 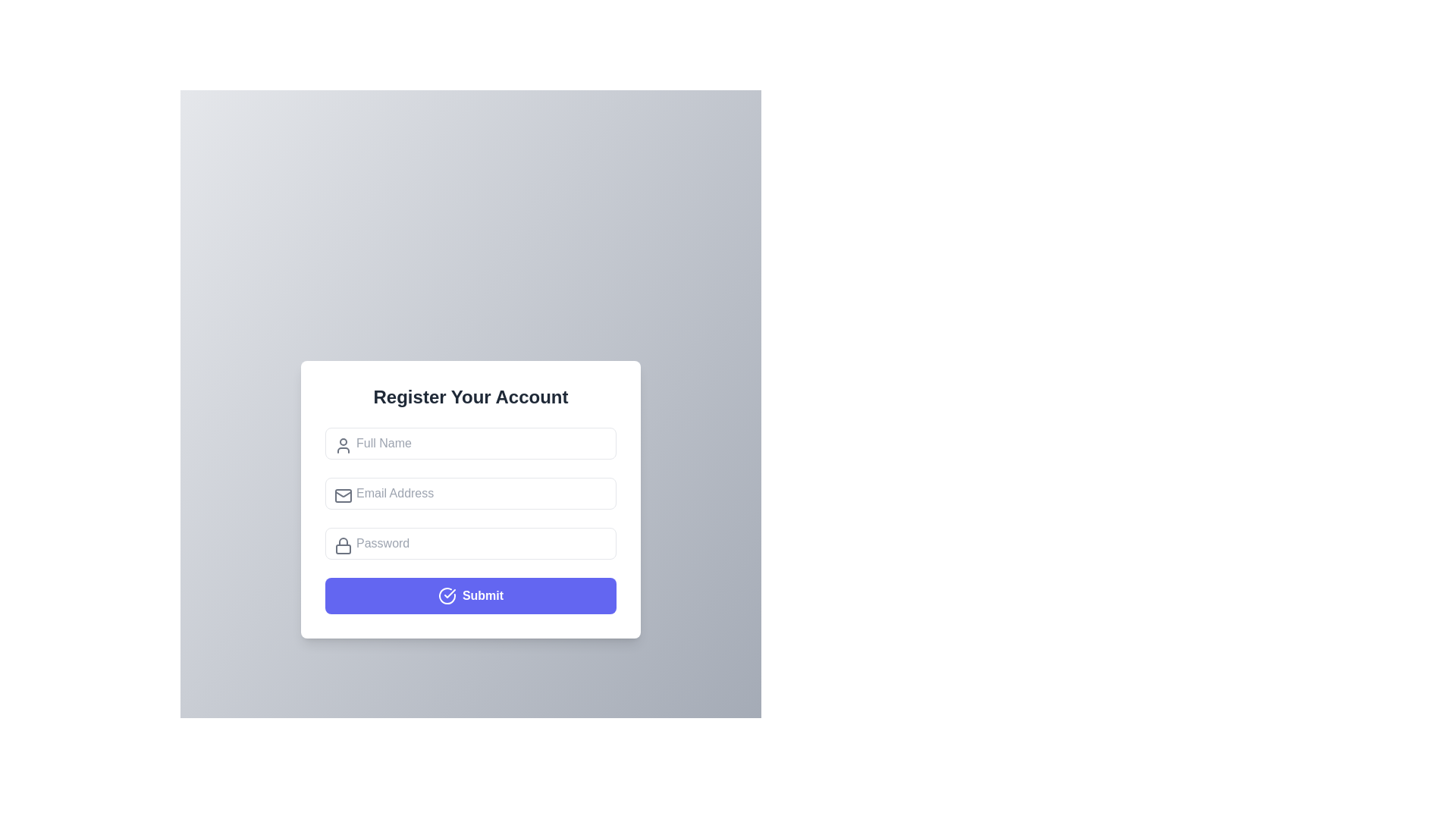 I want to click on the checkmark icon within the 'Submit' button, so click(x=449, y=593).